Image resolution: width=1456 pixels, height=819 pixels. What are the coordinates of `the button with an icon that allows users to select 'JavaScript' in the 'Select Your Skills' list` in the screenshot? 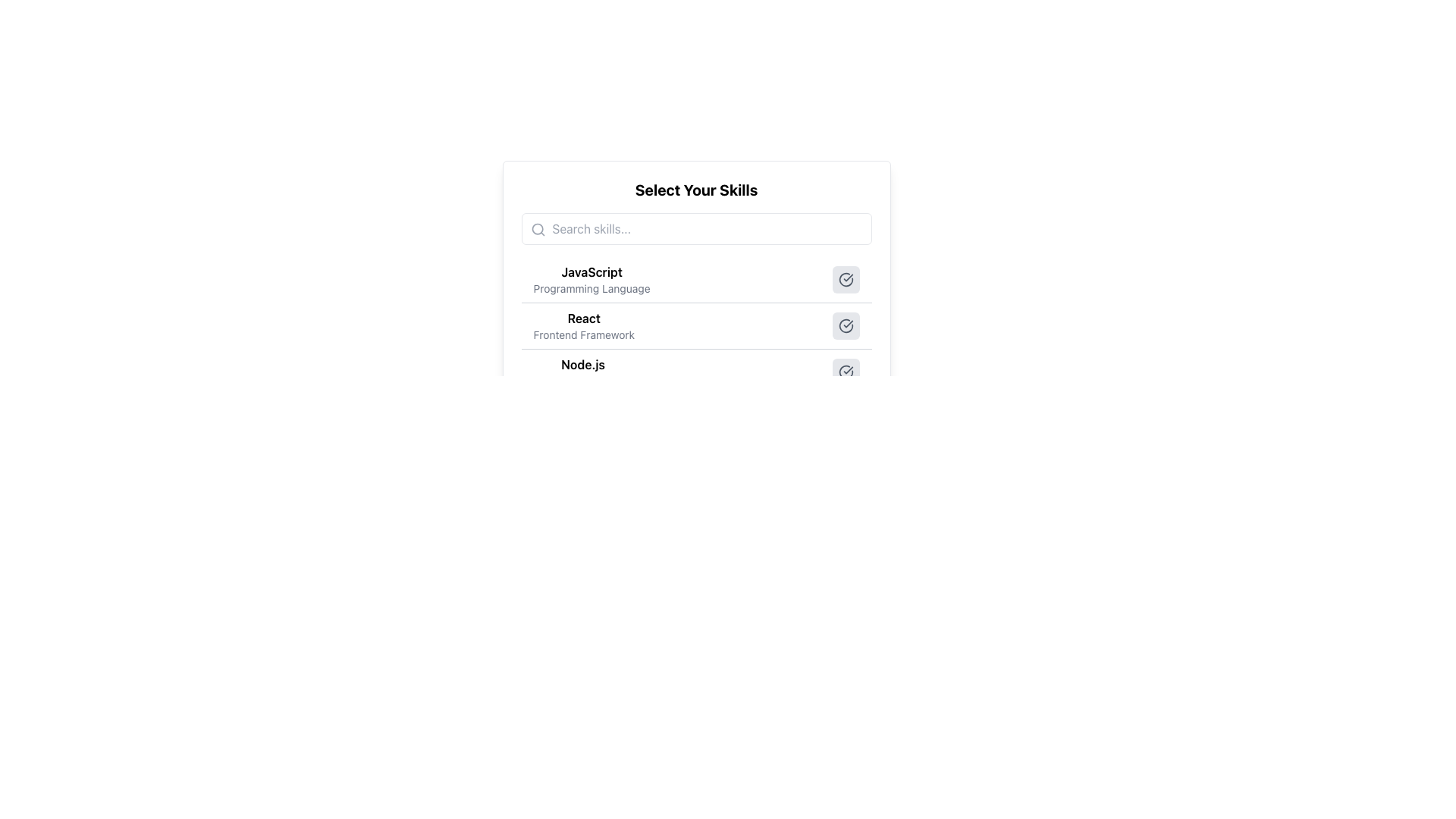 It's located at (845, 280).